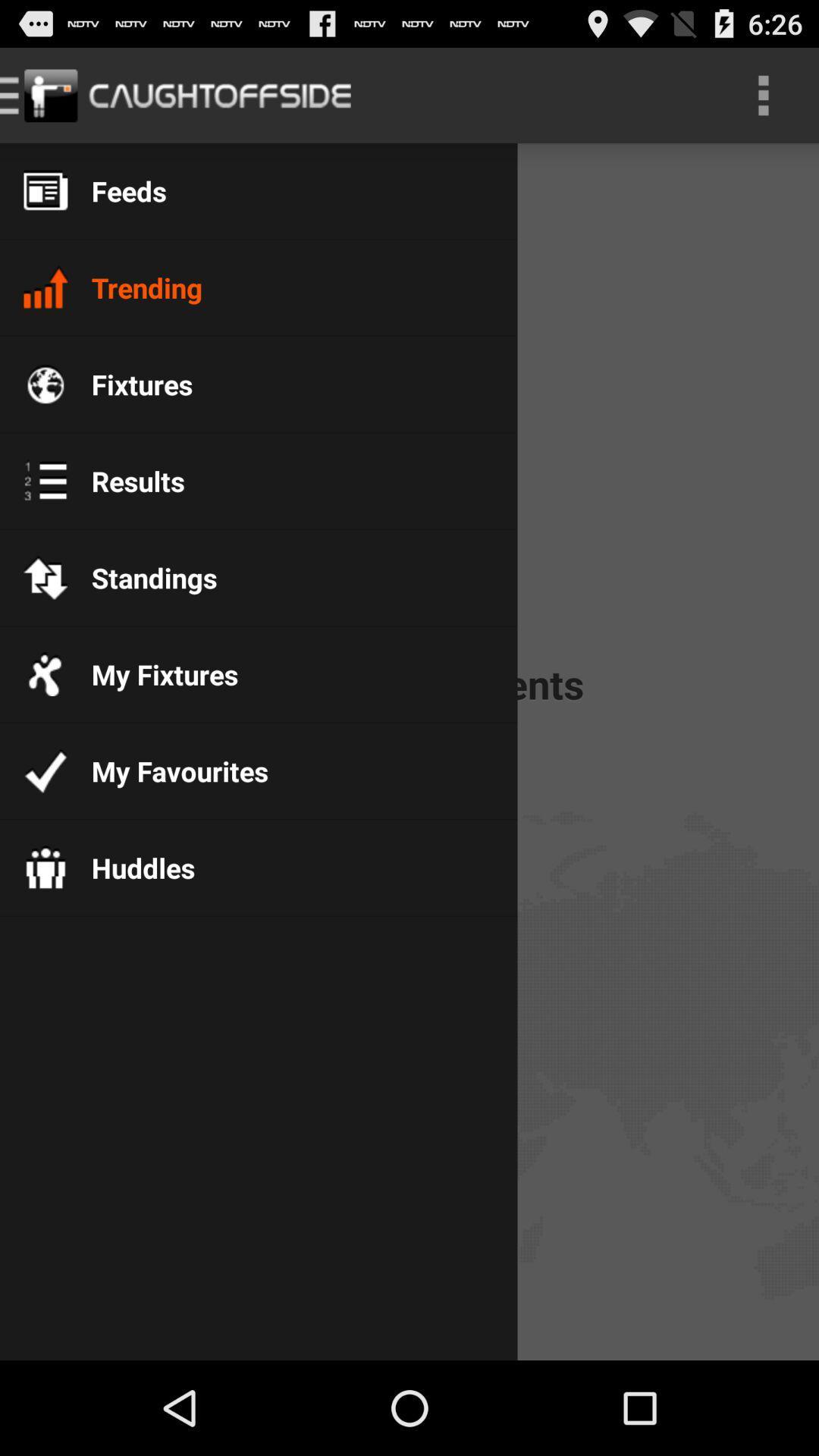  What do you see at coordinates (152, 673) in the screenshot?
I see `the my fixtures item` at bounding box center [152, 673].